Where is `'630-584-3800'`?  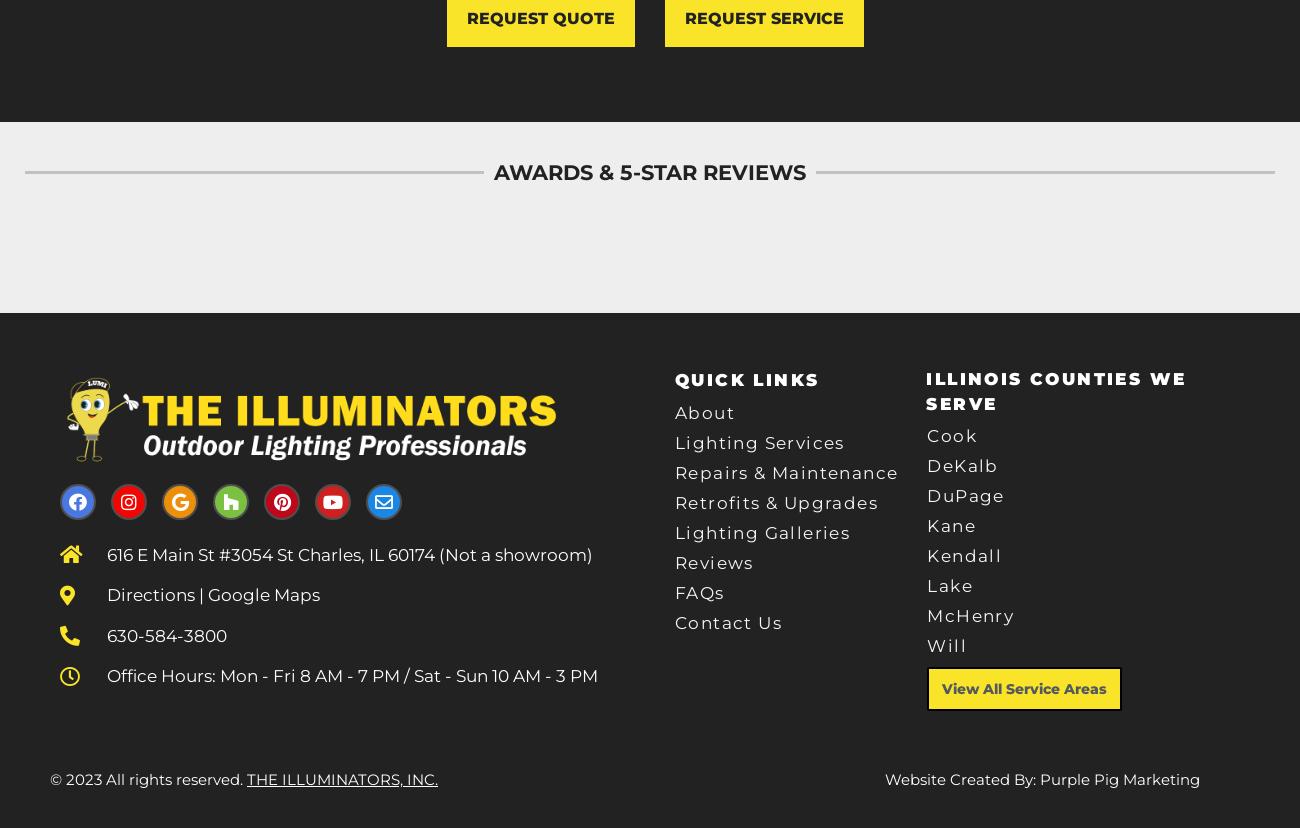
'630-584-3800' is located at coordinates (167, 634).